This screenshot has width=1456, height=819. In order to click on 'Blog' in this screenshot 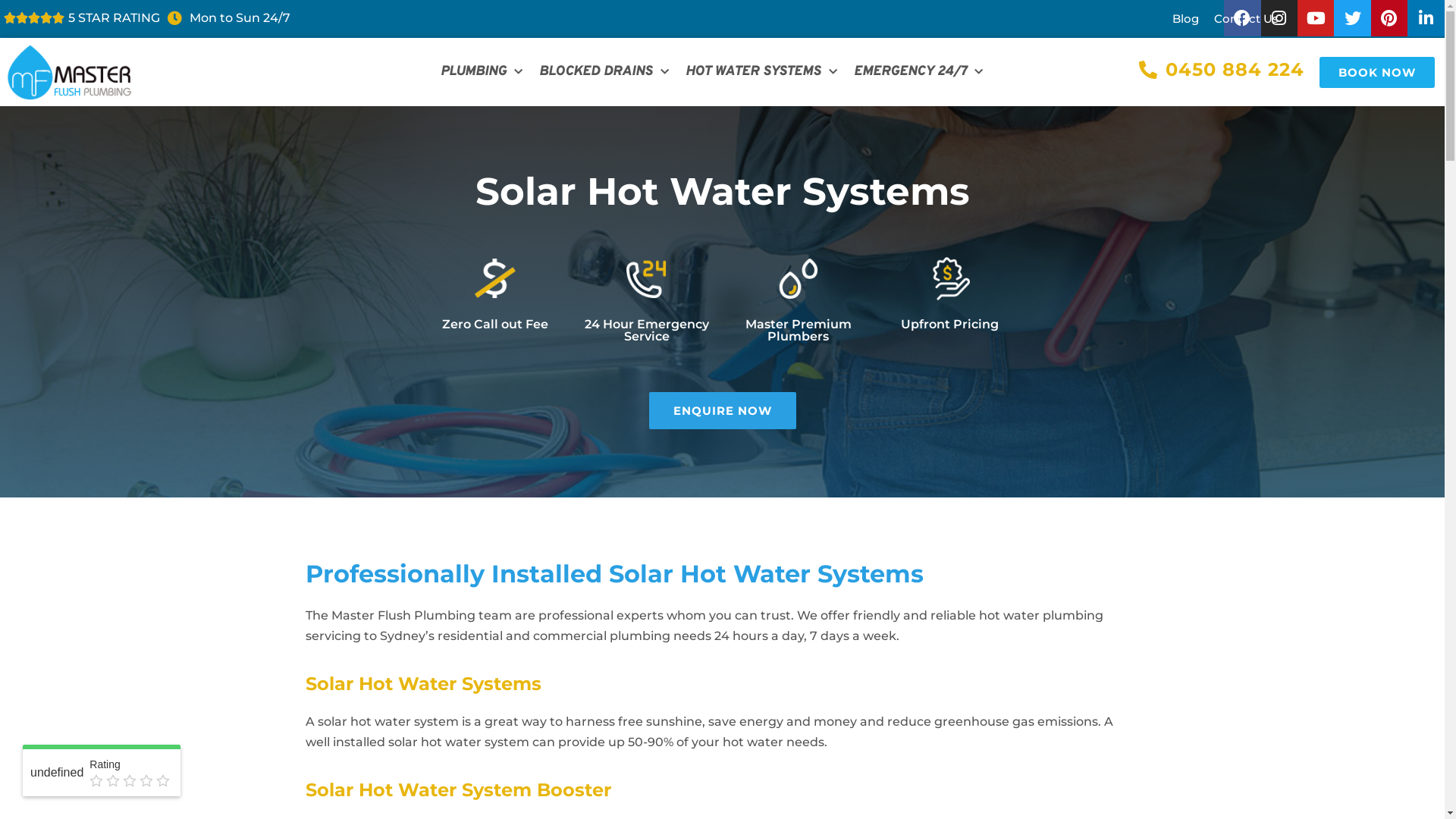, I will do `click(1185, 18)`.